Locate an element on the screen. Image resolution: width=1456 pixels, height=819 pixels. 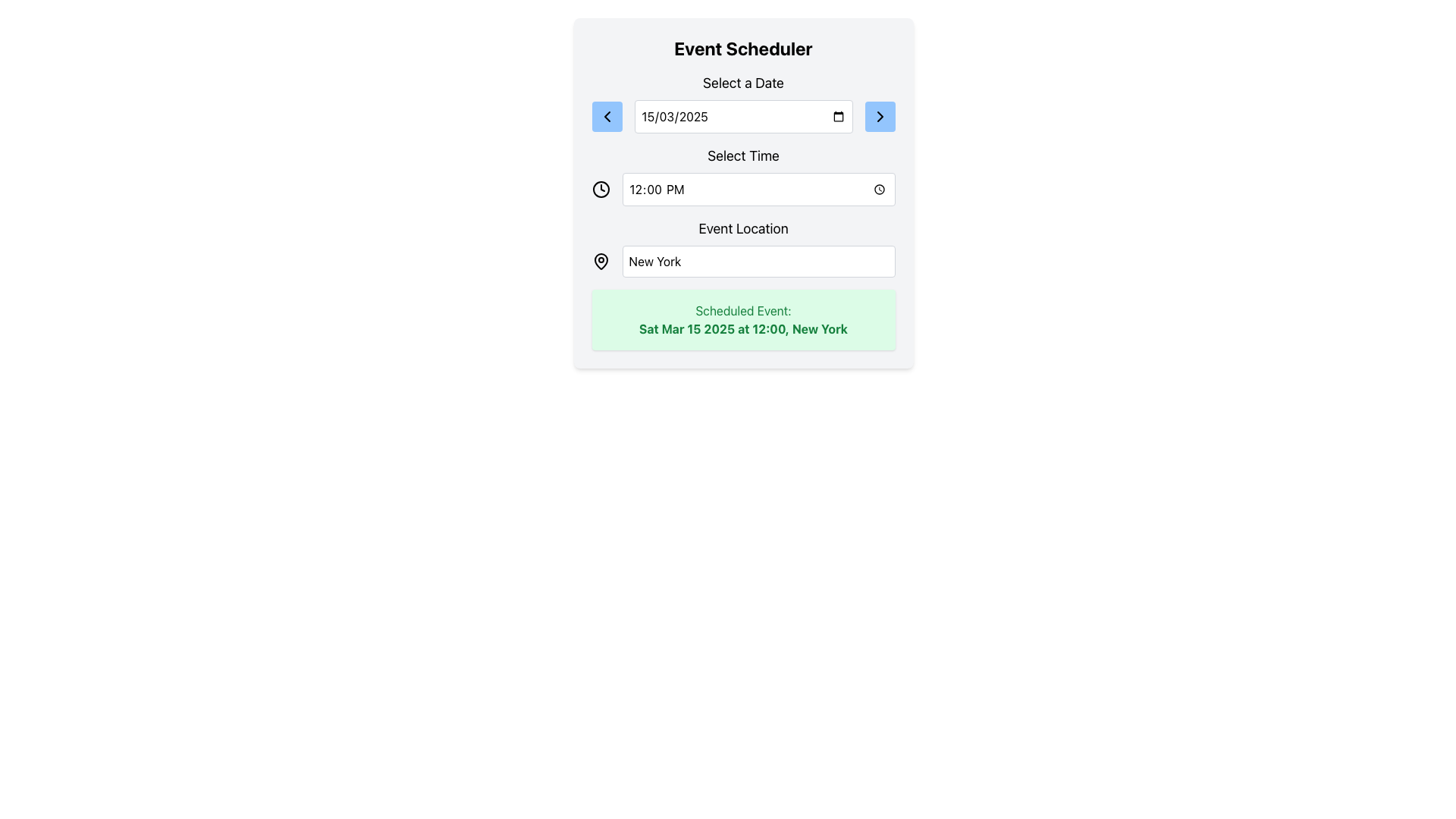
the decorative icon for the 'Event Location' section, which is positioned to the left of the text box displaying 'New York' is located at coordinates (600, 260).